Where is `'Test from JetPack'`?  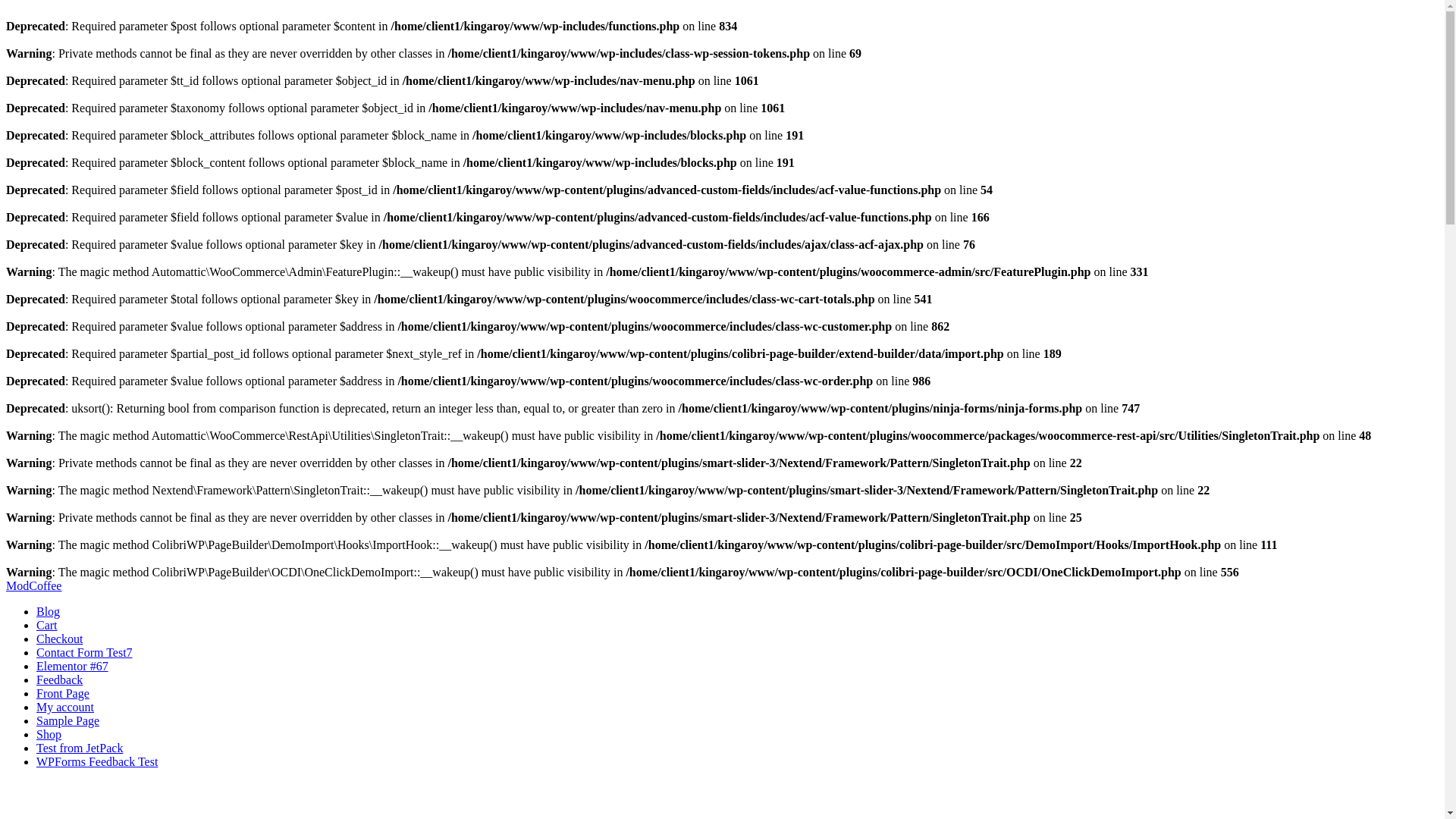
'Test from JetPack' is located at coordinates (79, 747).